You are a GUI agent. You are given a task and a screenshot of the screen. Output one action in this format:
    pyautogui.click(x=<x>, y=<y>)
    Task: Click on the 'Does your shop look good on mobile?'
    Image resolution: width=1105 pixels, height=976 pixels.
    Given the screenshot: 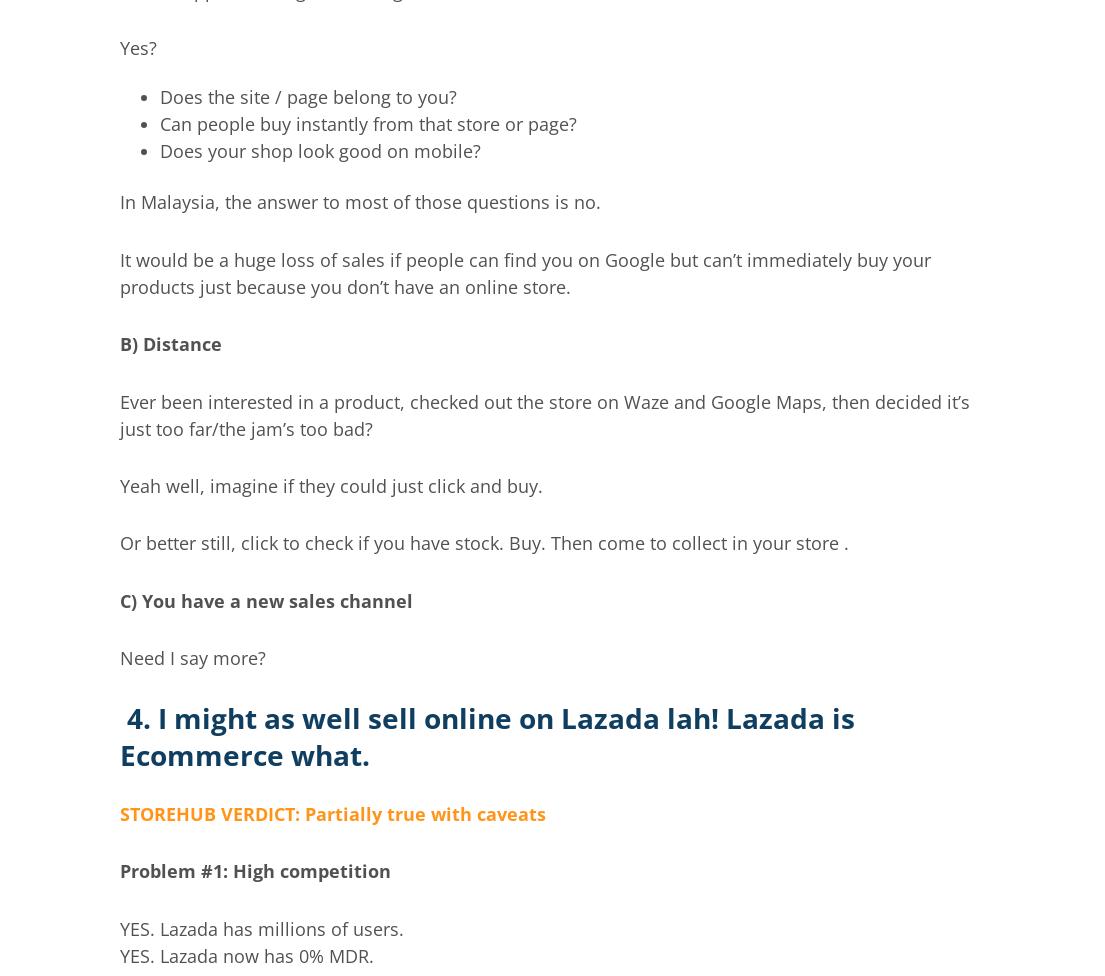 What is the action you would take?
    pyautogui.click(x=320, y=149)
    